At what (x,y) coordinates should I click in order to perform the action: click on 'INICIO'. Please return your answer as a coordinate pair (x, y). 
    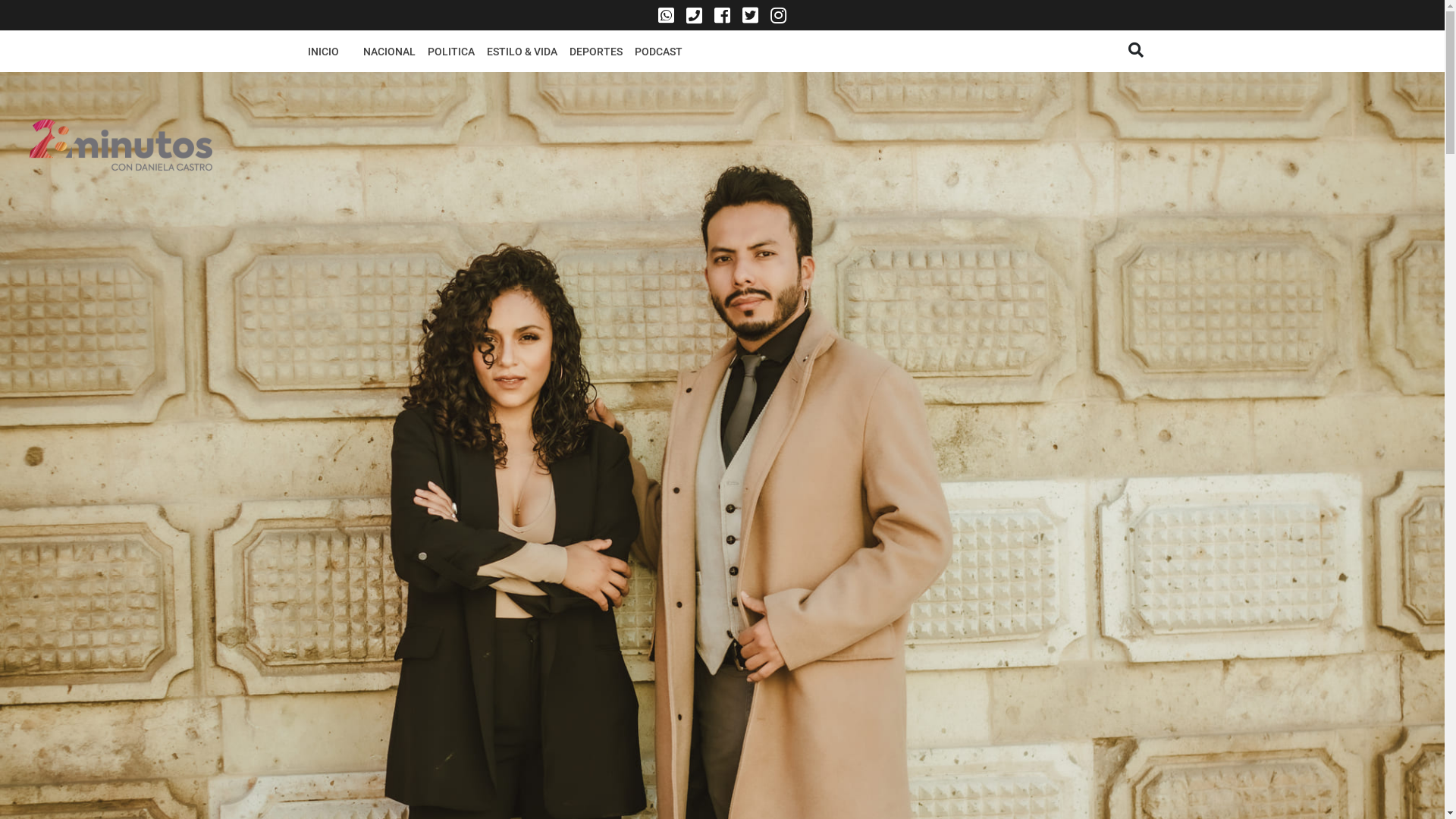
    Looking at the image, I should click on (322, 51).